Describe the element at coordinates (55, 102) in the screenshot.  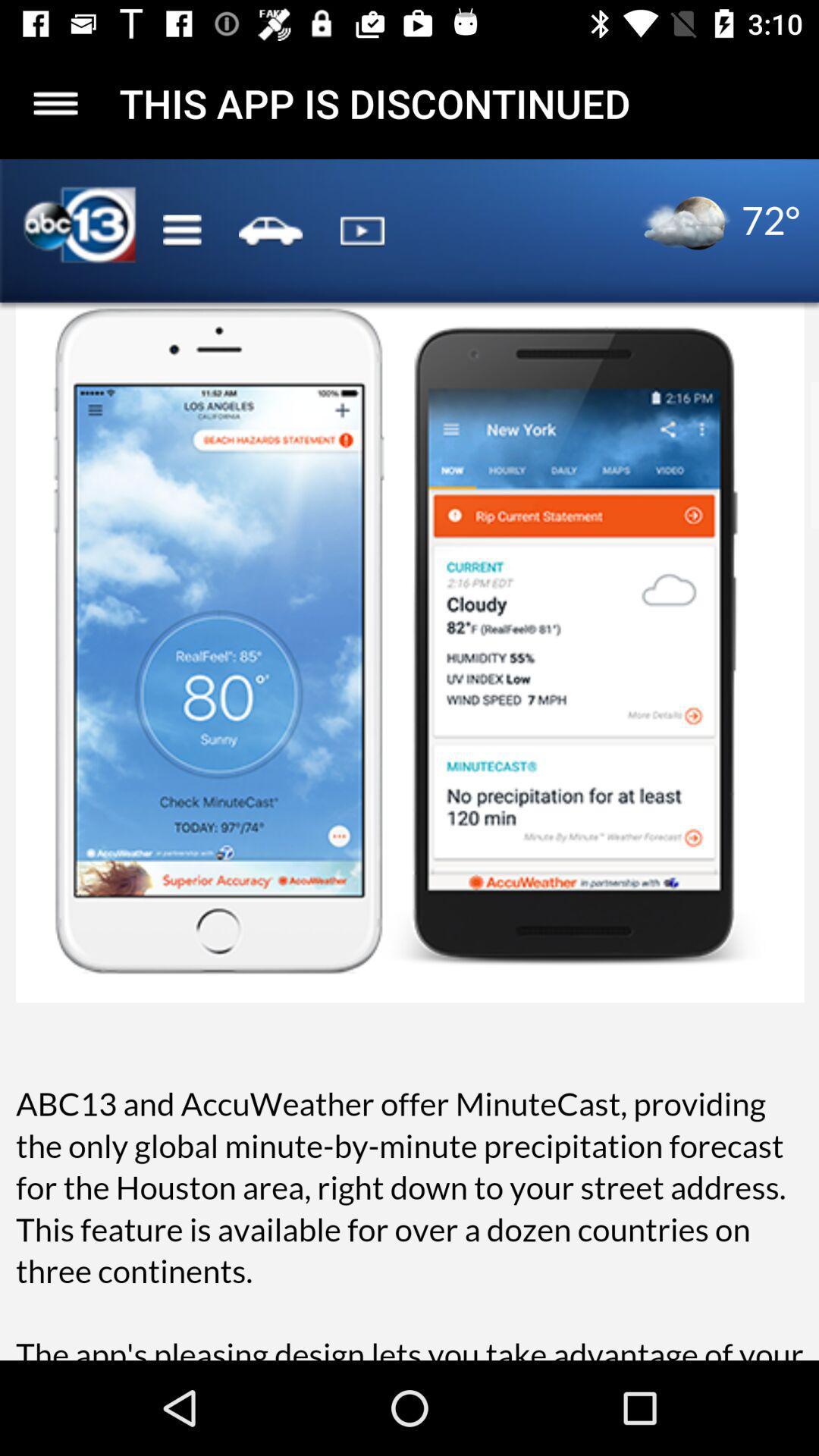
I see `the menu icon` at that location.